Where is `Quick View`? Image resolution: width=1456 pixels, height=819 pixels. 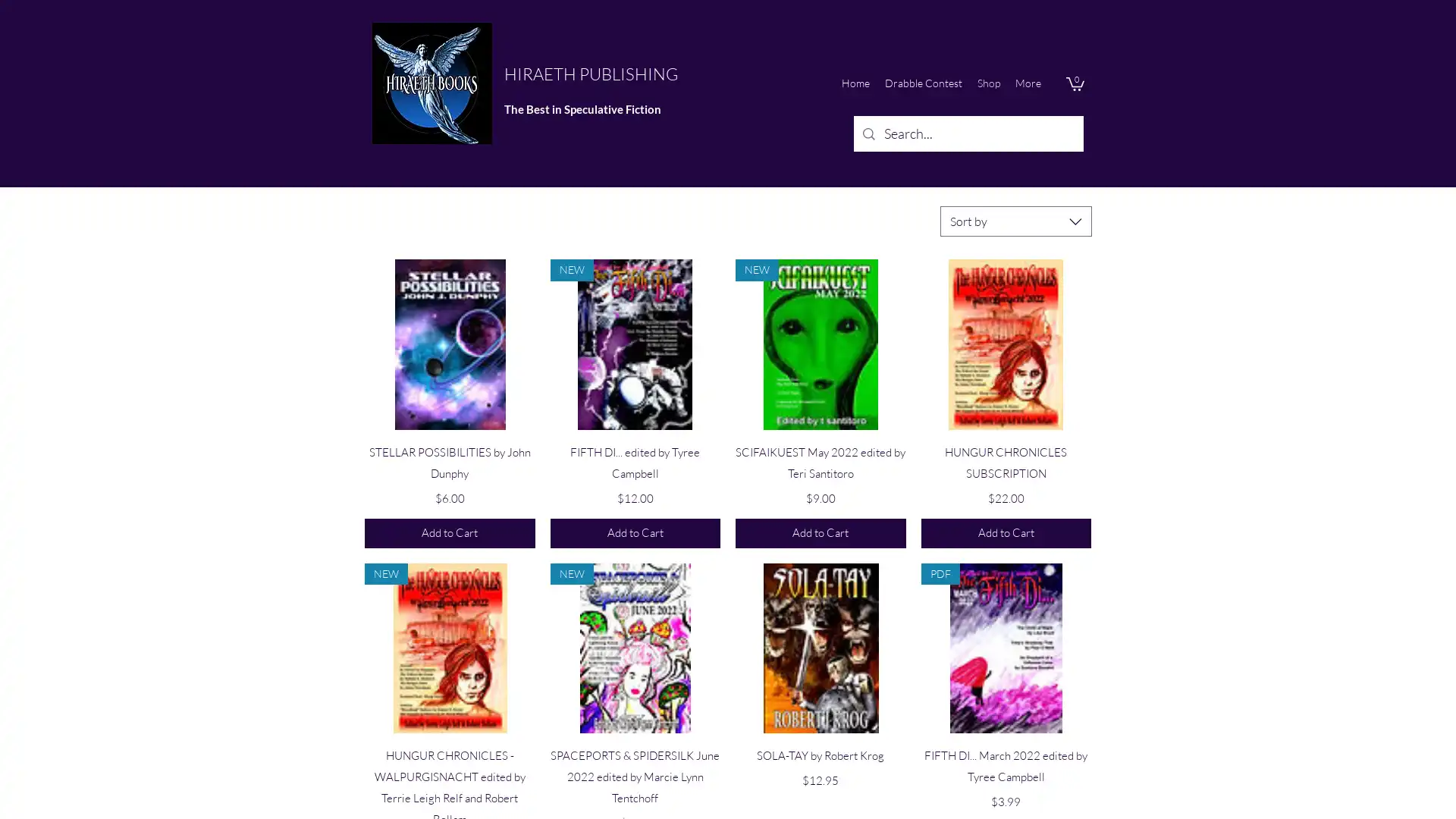 Quick View is located at coordinates (1006, 447).